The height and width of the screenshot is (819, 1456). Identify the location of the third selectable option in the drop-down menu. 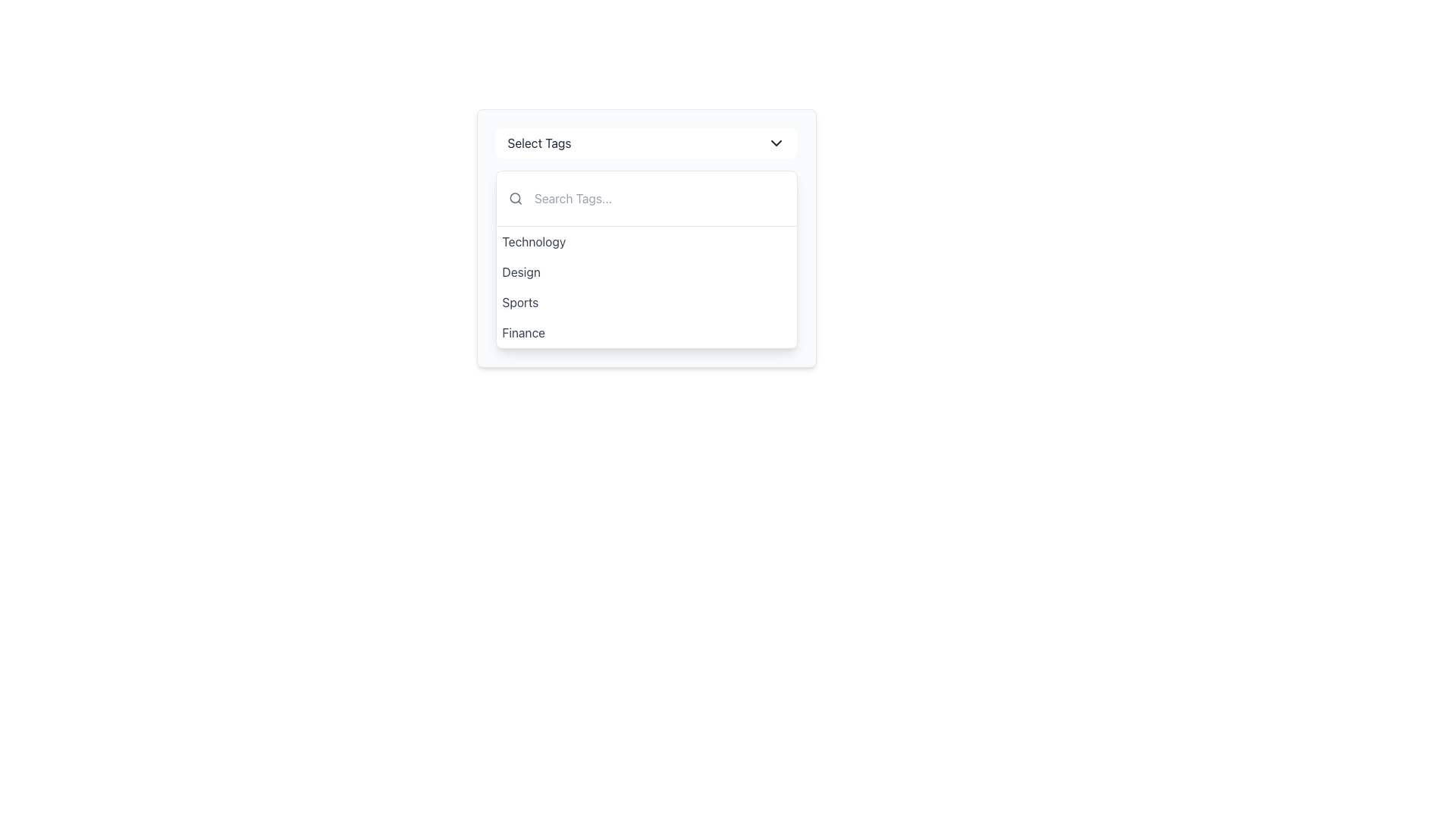
(646, 302).